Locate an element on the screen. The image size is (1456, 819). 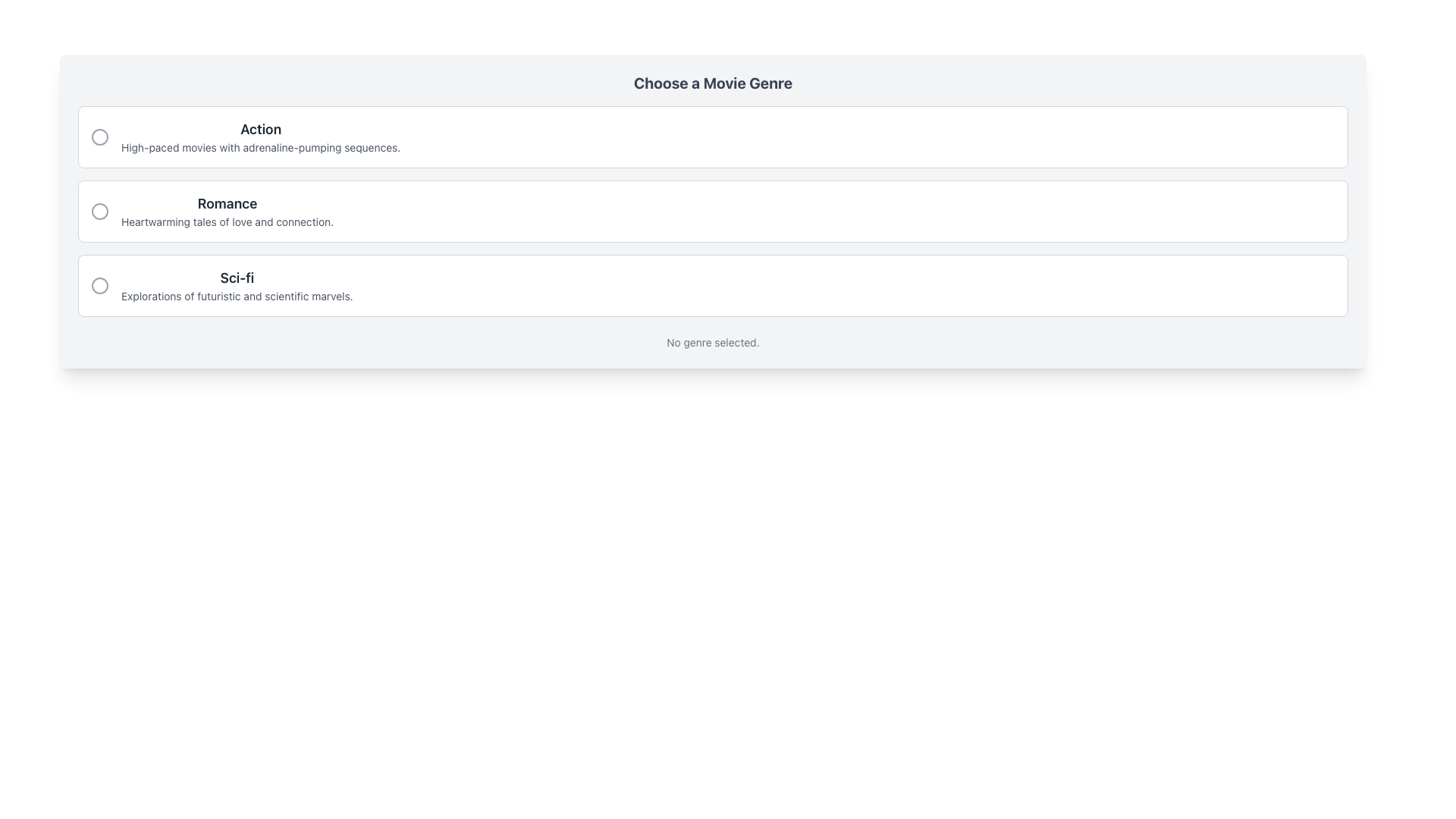
the text element displaying 'Explorations of futuristic and scientific marvels.' located below the 'Sci-fi' text in a card-like presentation is located at coordinates (236, 296).